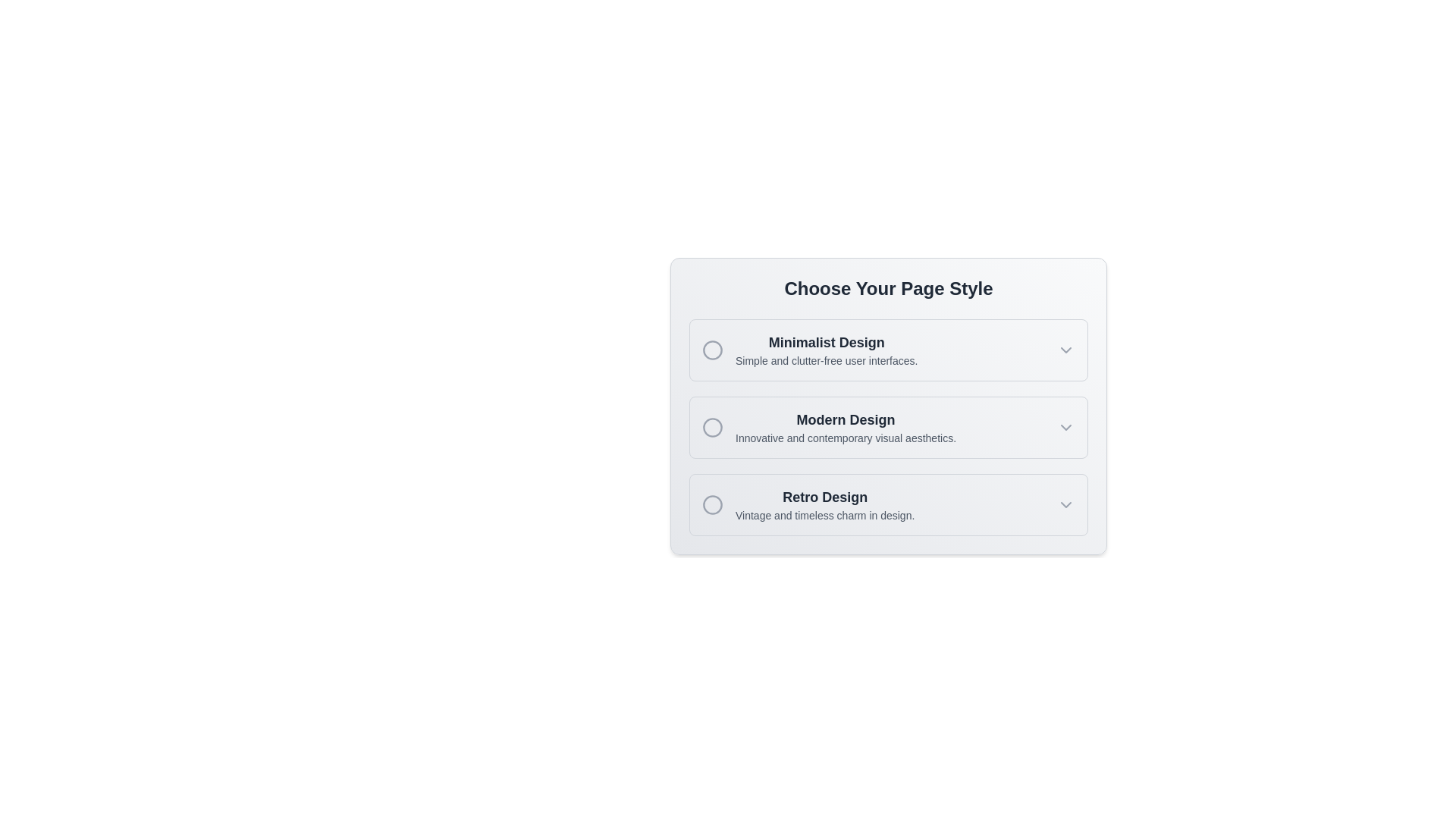 The image size is (1456, 819). Describe the element at coordinates (1065, 350) in the screenshot. I see `the icon button located in the 'Choose Your Page Style' panel` at that location.